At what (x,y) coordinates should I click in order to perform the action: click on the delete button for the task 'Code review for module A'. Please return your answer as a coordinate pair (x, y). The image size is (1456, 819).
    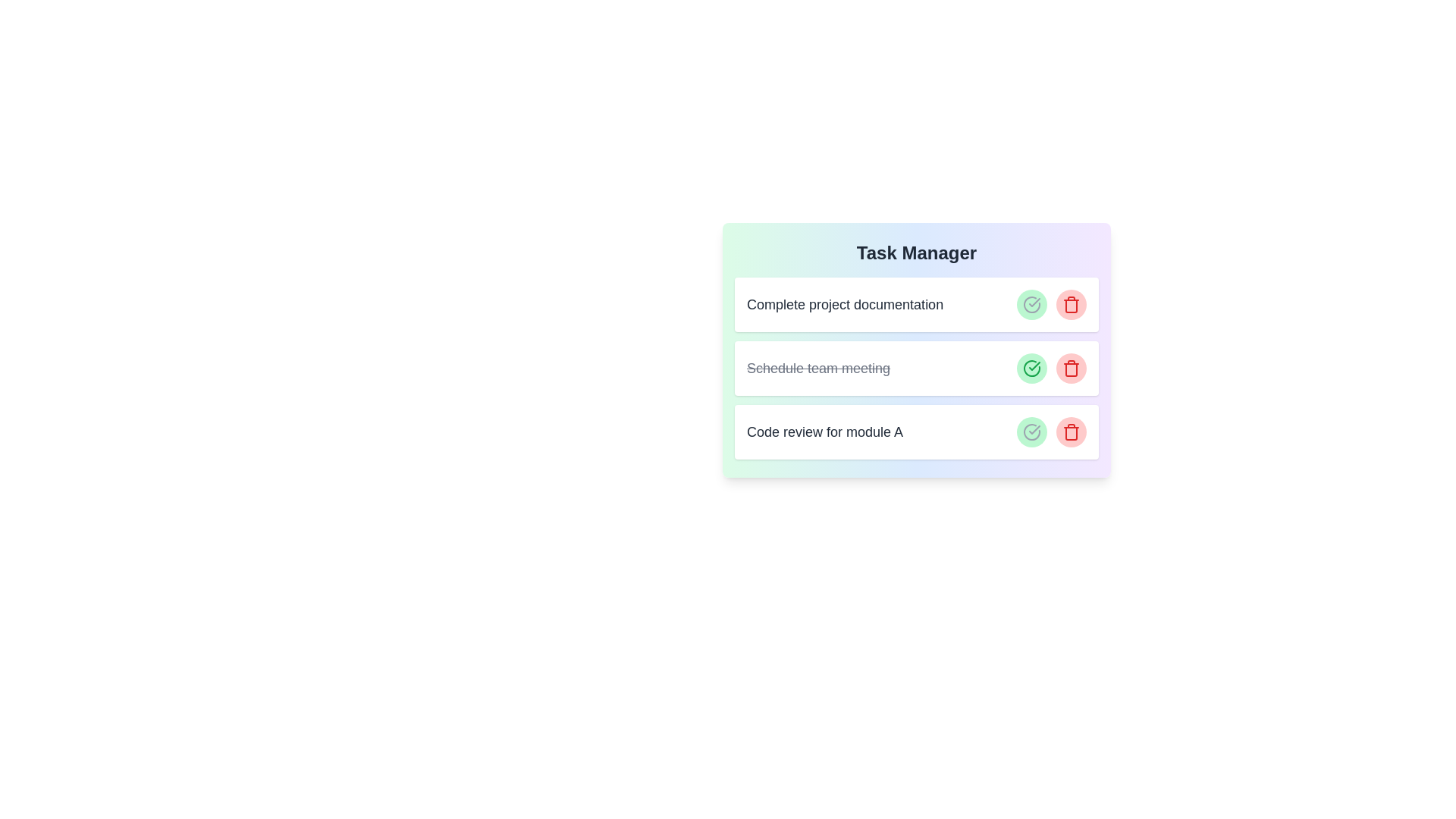
    Looking at the image, I should click on (1070, 432).